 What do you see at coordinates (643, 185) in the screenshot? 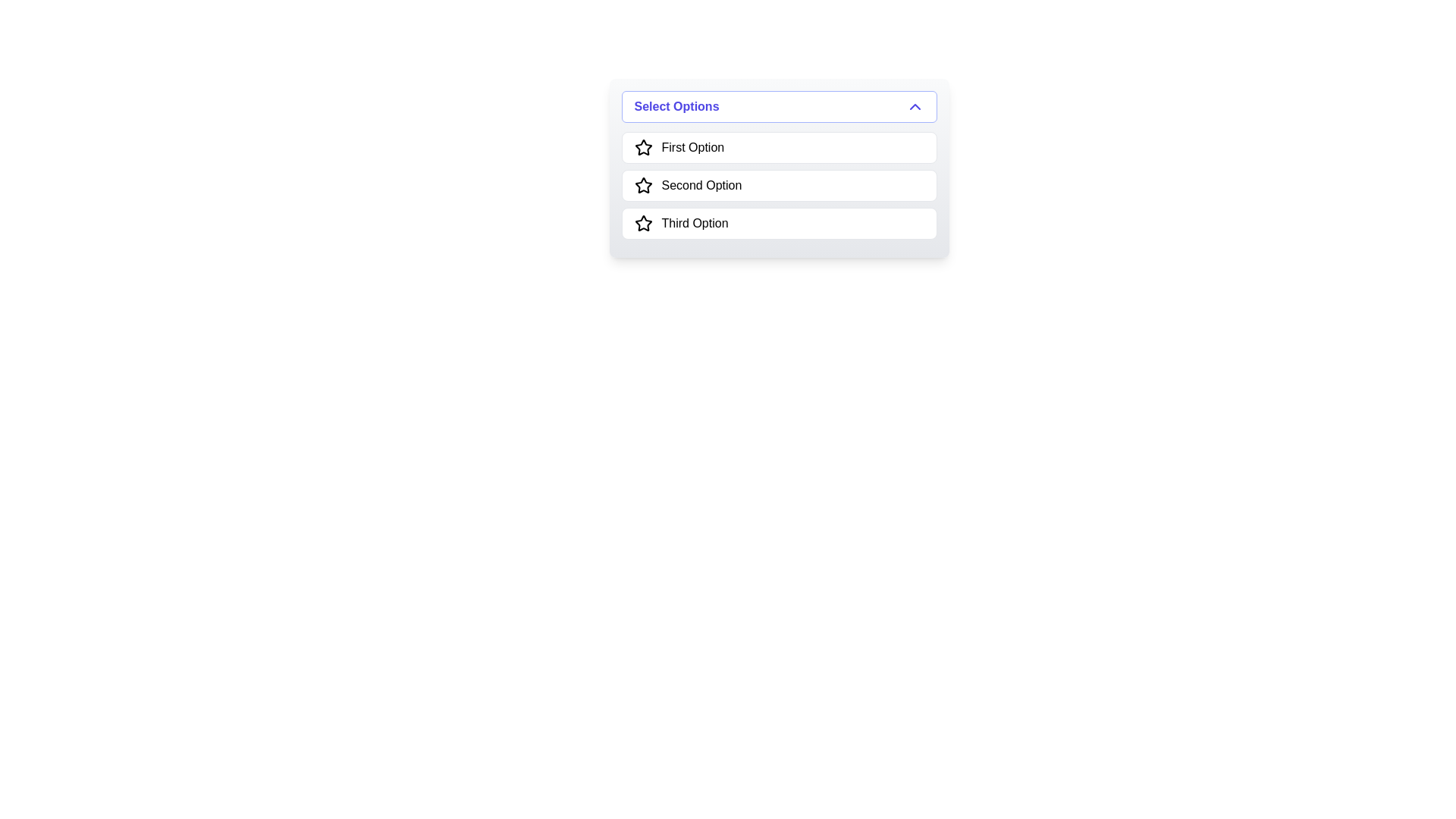
I see `the star-shaped icon with a black outline and hollow center located near the text labeled 'Second Option' in the dropdown list` at bounding box center [643, 185].